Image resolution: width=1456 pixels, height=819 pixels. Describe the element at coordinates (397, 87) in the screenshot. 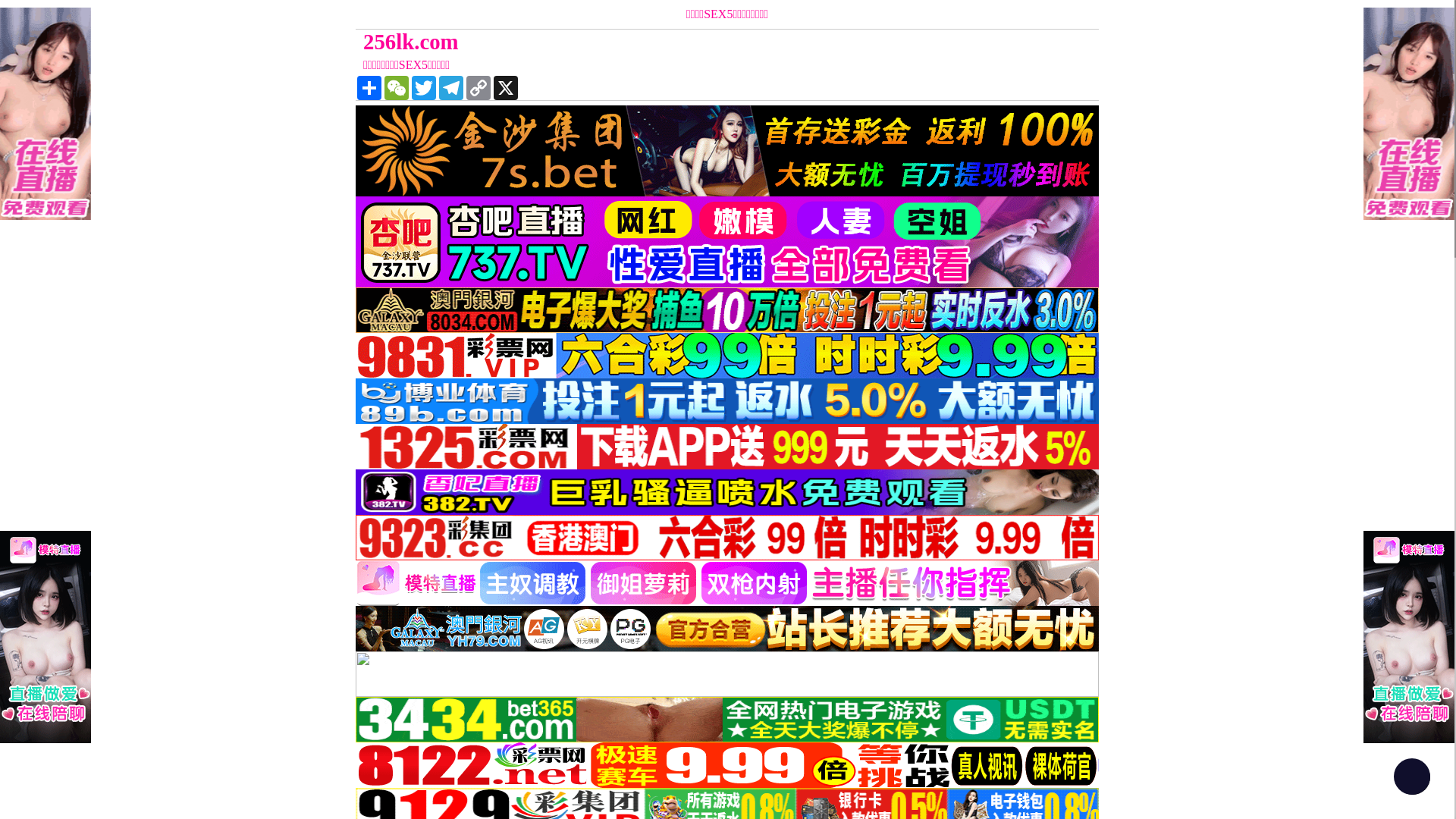

I see `'WeChat'` at that location.